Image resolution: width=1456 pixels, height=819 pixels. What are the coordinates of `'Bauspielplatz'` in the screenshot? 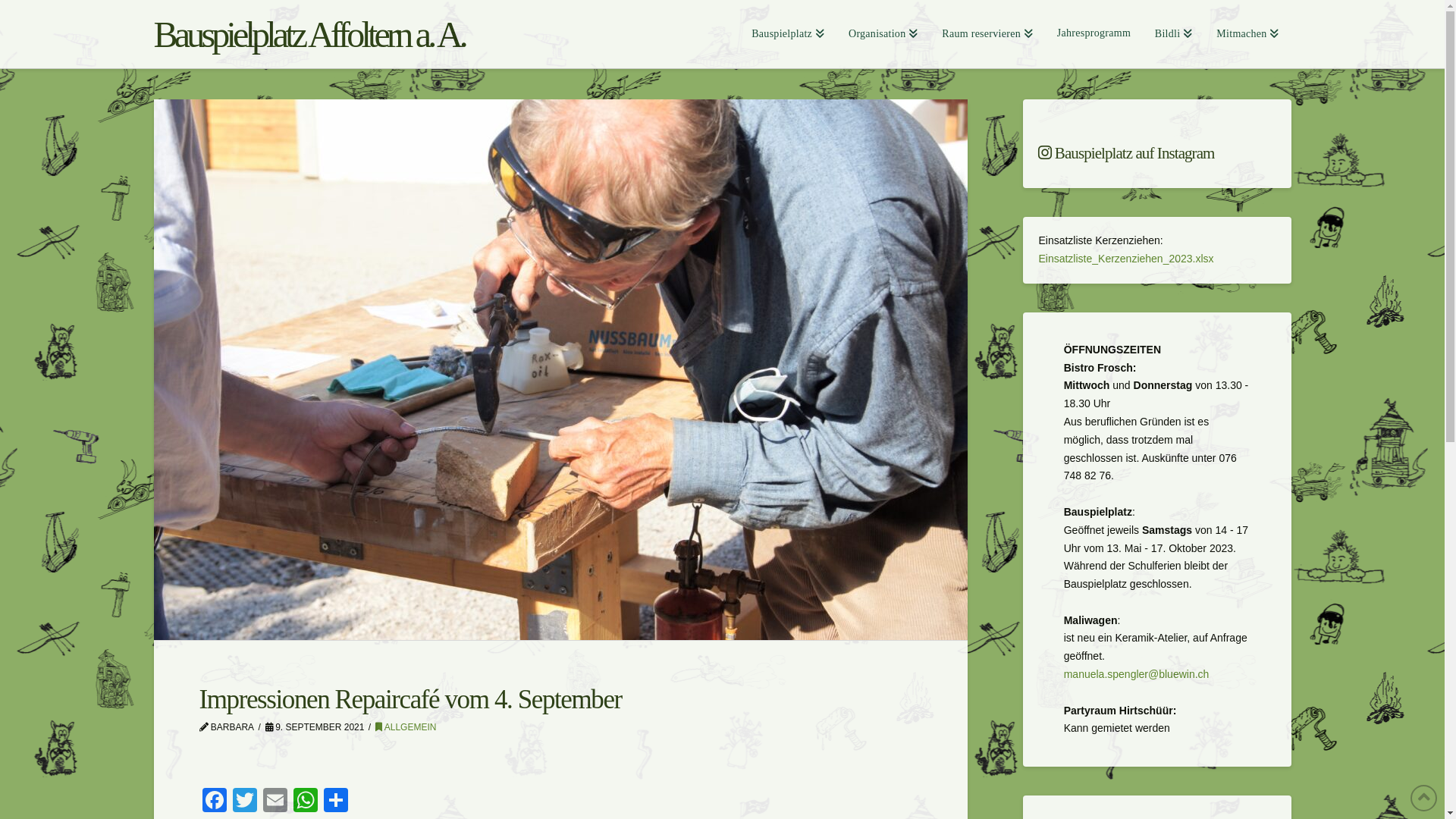 It's located at (739, 34).